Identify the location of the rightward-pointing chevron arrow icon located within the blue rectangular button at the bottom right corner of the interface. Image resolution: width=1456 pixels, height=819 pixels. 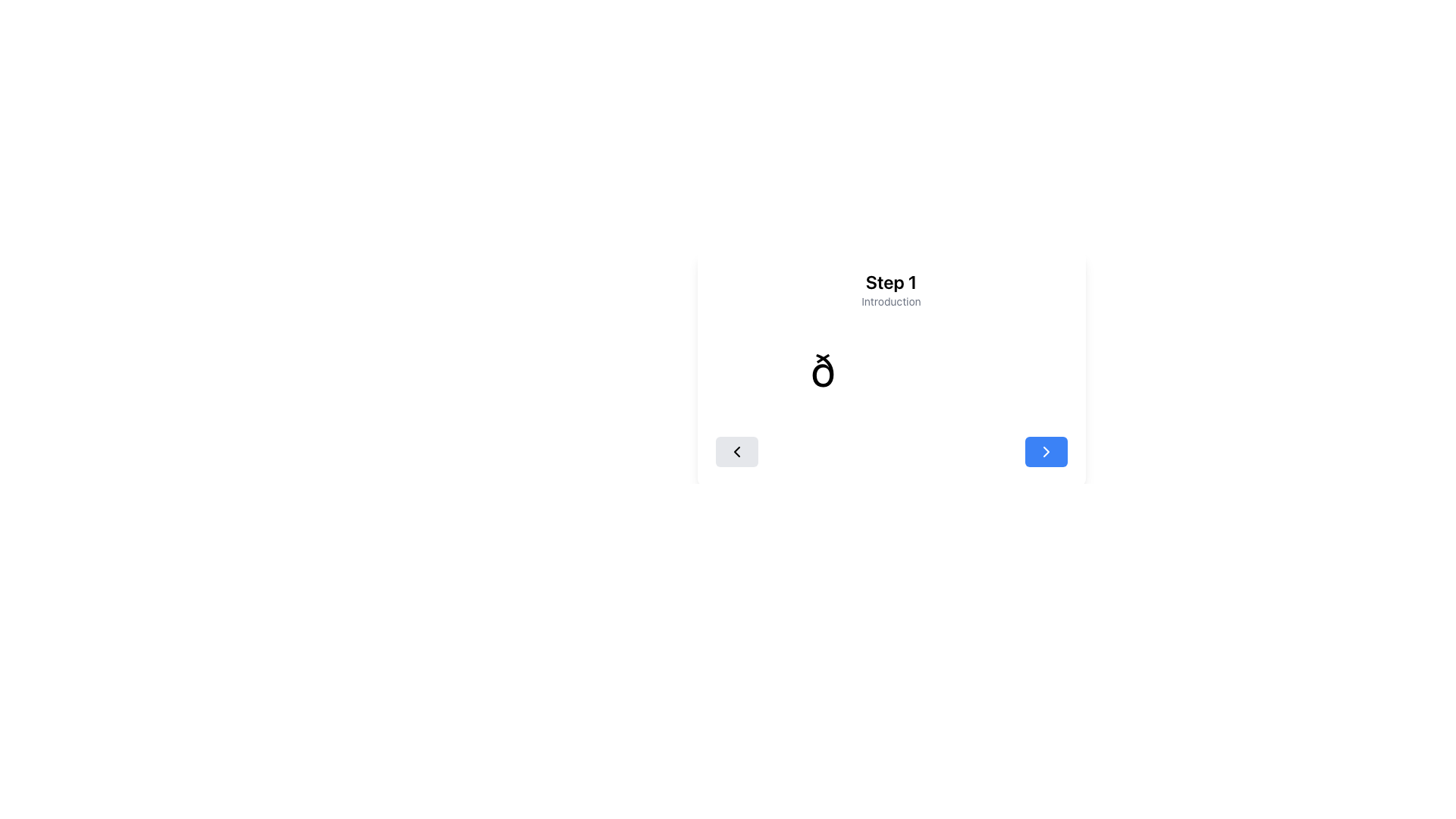
(1045, 451).